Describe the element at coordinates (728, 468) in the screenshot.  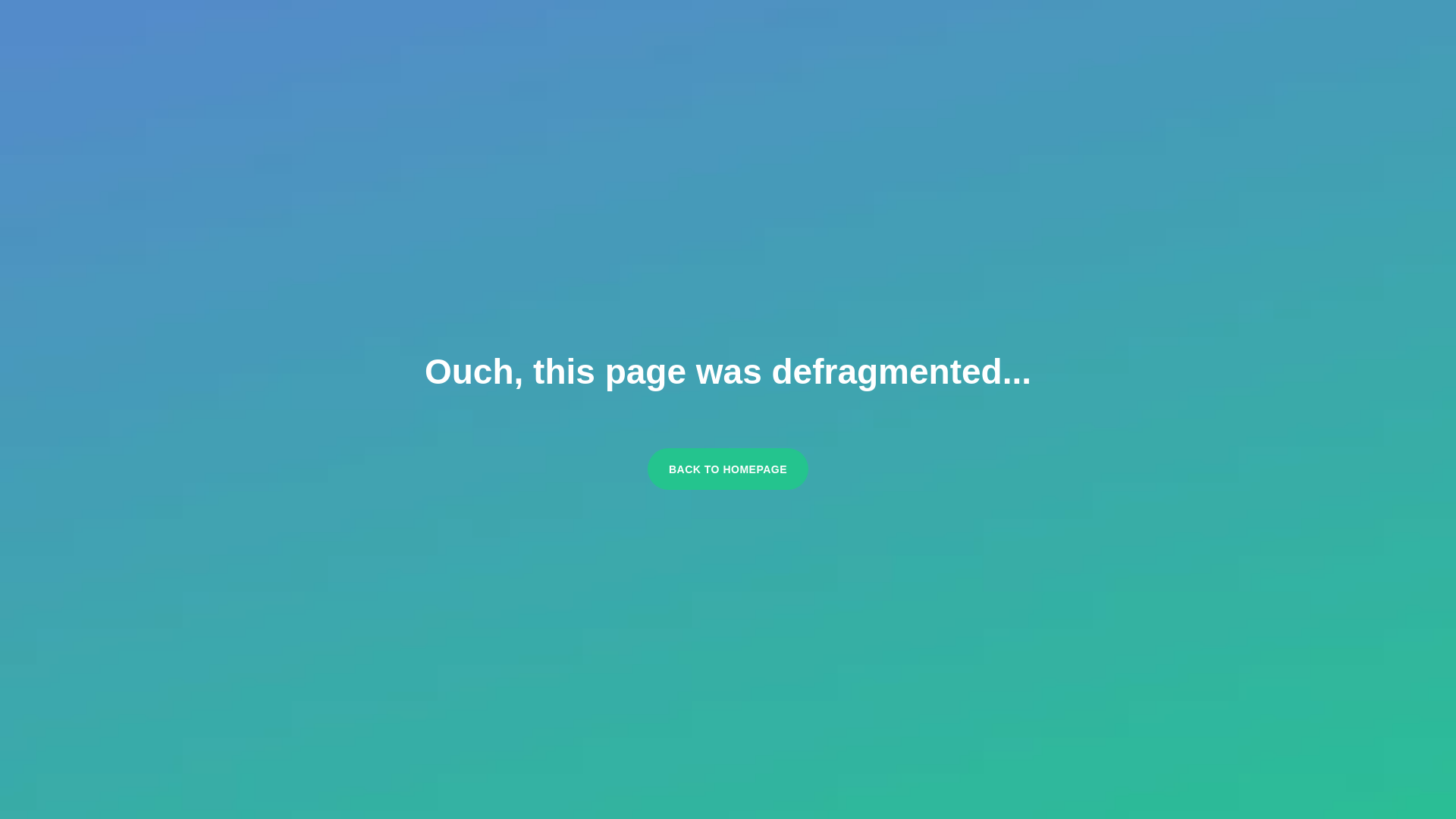
I see `'BACK TO HOMEPAGE'` at that location.